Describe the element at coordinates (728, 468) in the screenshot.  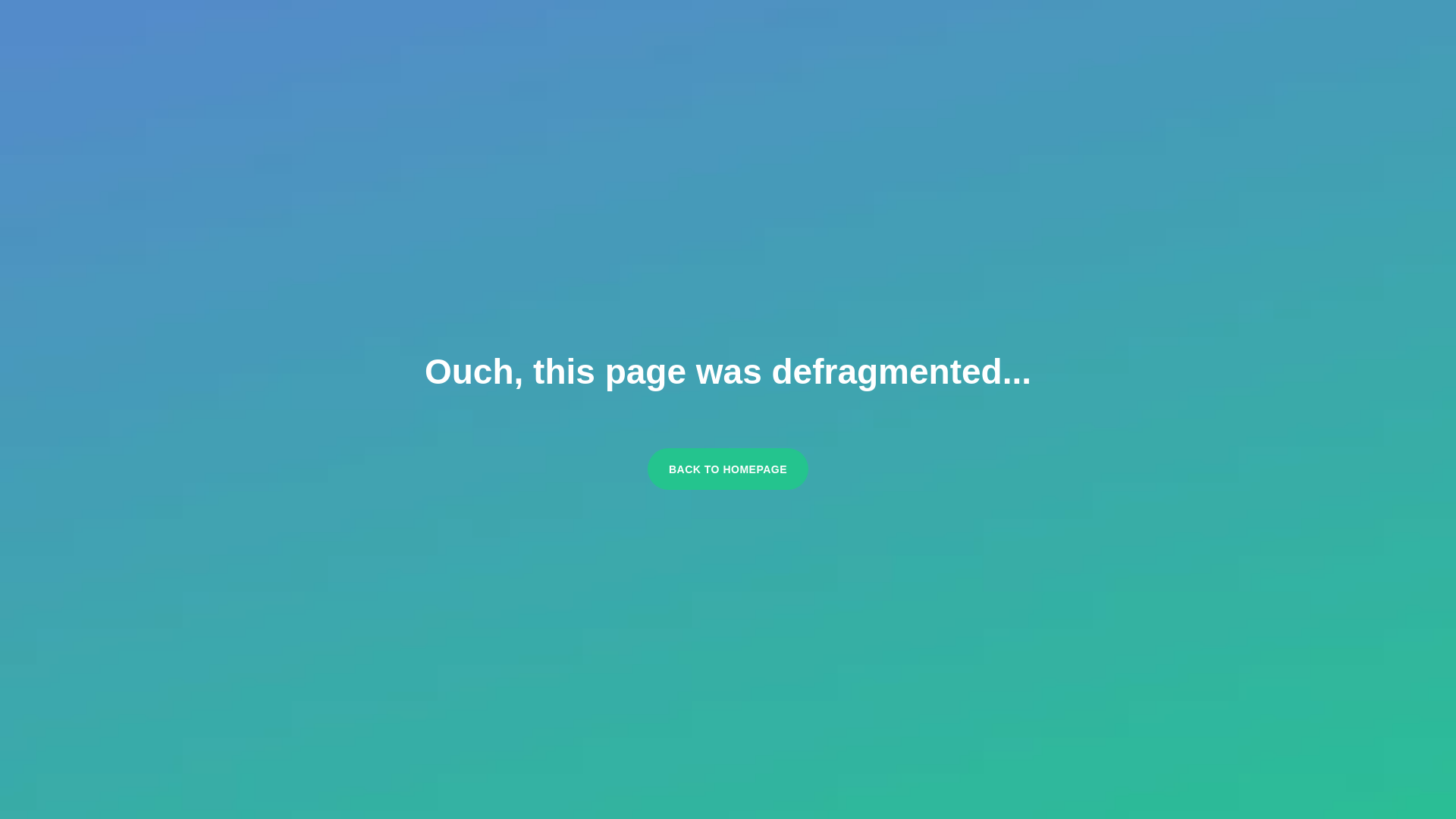
I see `'BACK TO HOMEPAGE'` at that location.